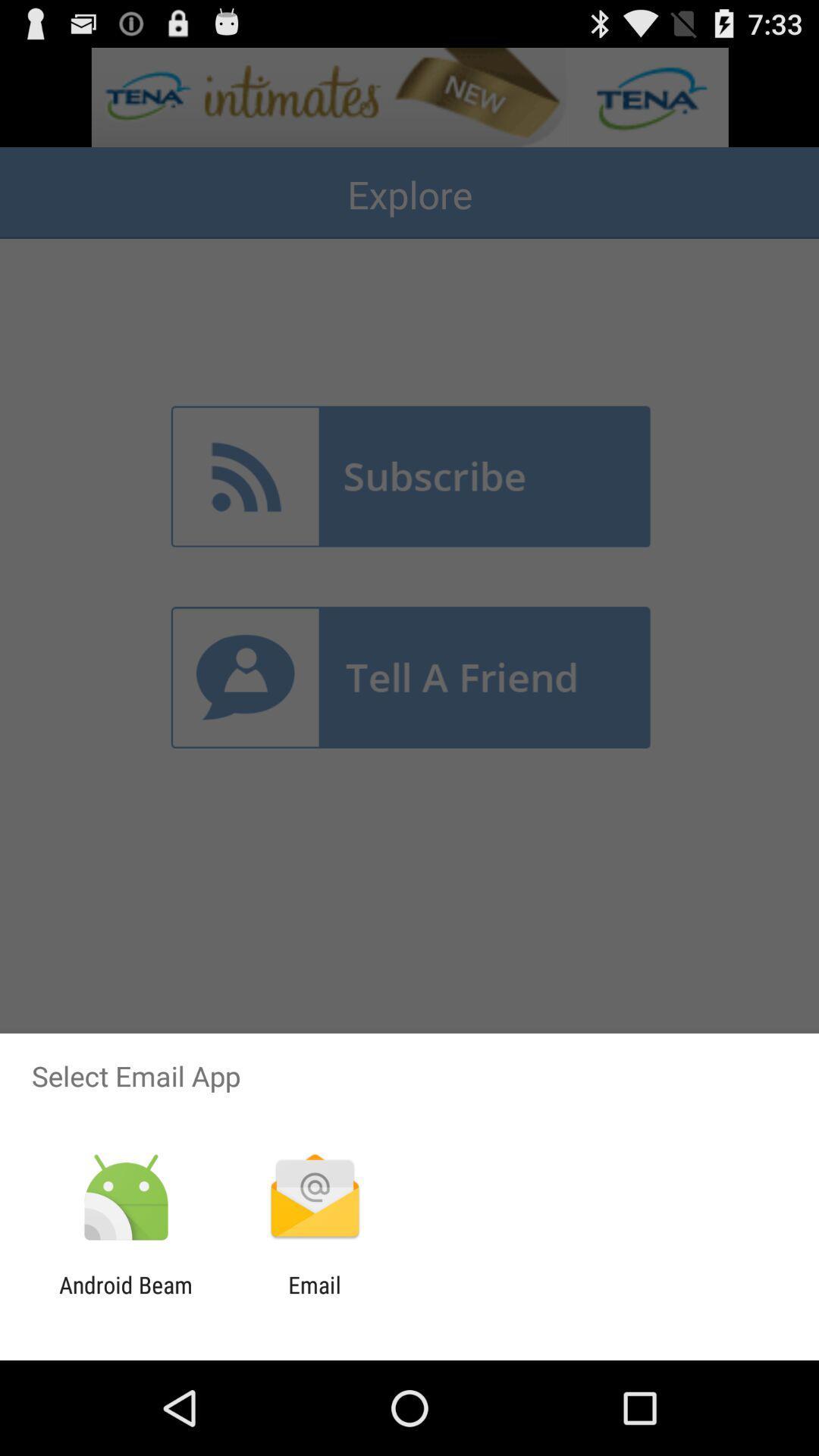  I want to click on app next to the email, so click(125, 1298).